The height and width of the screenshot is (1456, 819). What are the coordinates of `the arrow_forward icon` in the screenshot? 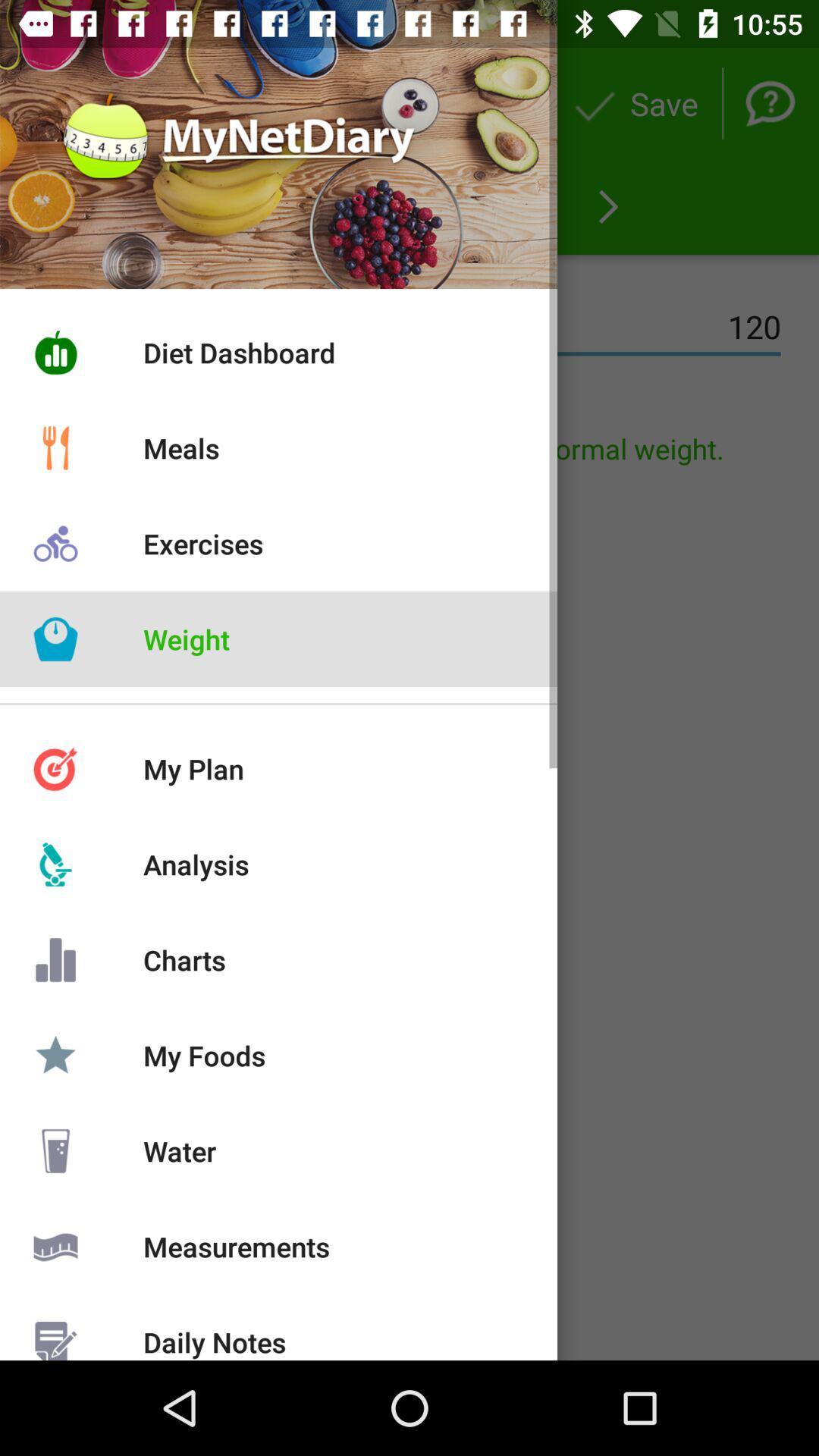 It's located at (607, 206).